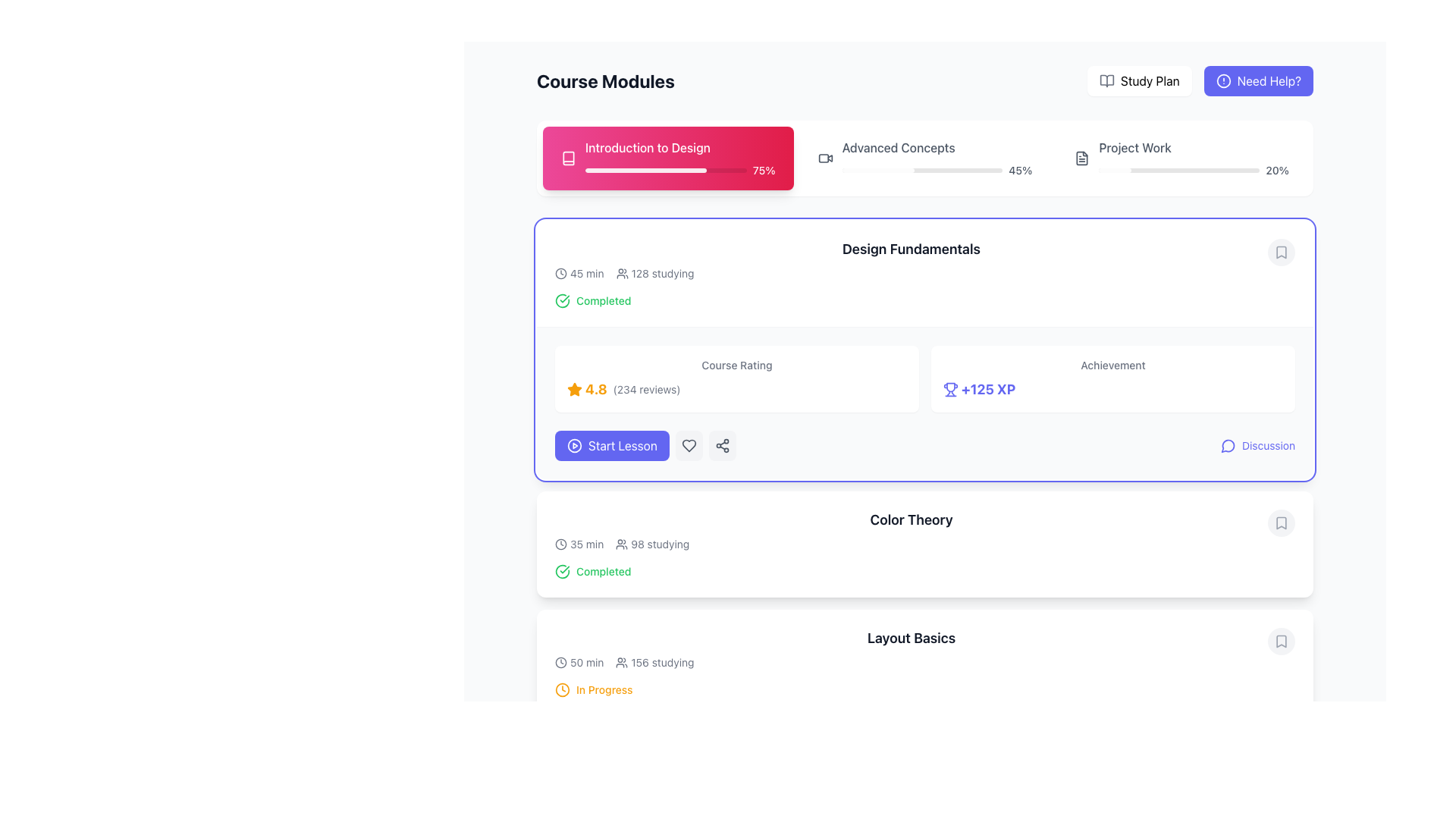 The image size is (1456, 819). What do you see at coordinates (622, 543) in the screenshot?
I see `the icon representing the number of users engaged in the 'Color Theory' section beneath the 'Design Fundamentals' module` at bounding box center [622, 543].